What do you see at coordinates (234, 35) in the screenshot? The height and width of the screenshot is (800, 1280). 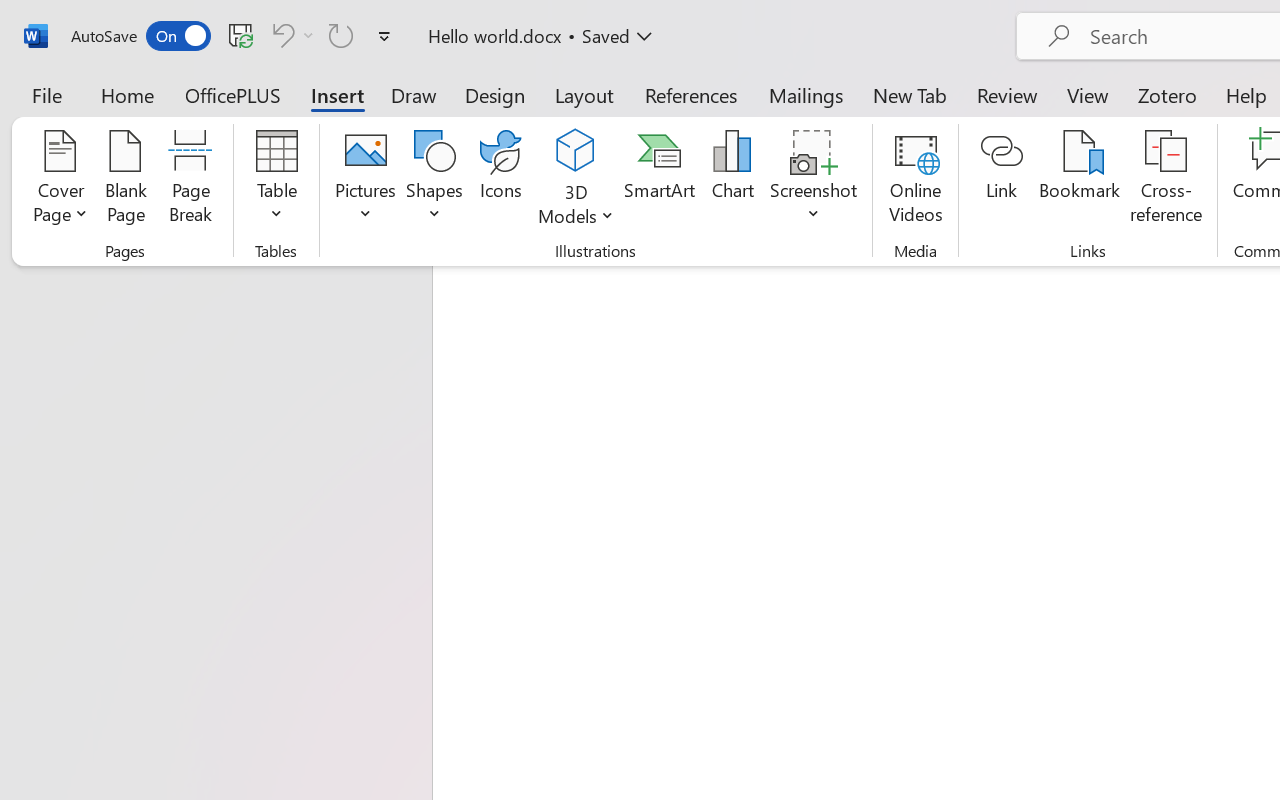 I see `'Quick Access Toolbar'` at bounding box center [234, 35].